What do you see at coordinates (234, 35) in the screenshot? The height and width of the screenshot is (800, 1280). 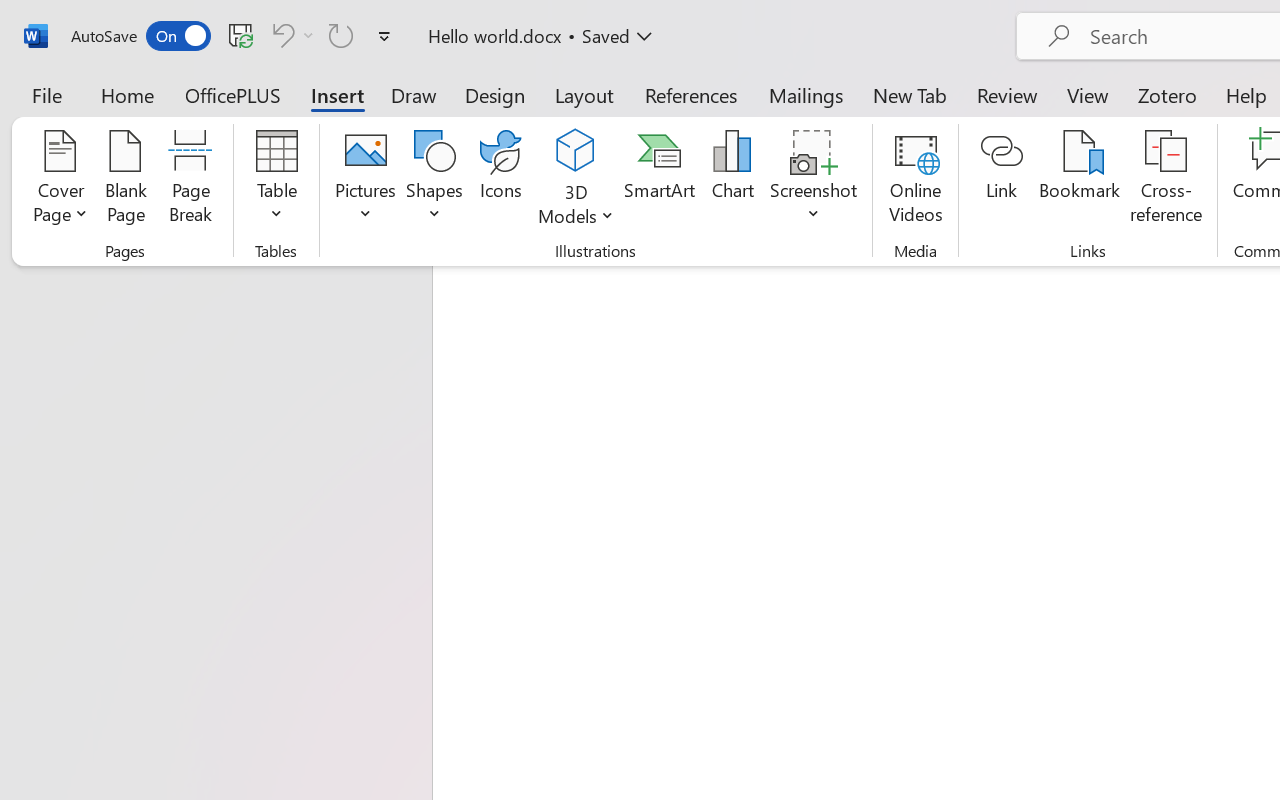 I see `'Quick Access Toolbar'` at bounding box center [234, 35].